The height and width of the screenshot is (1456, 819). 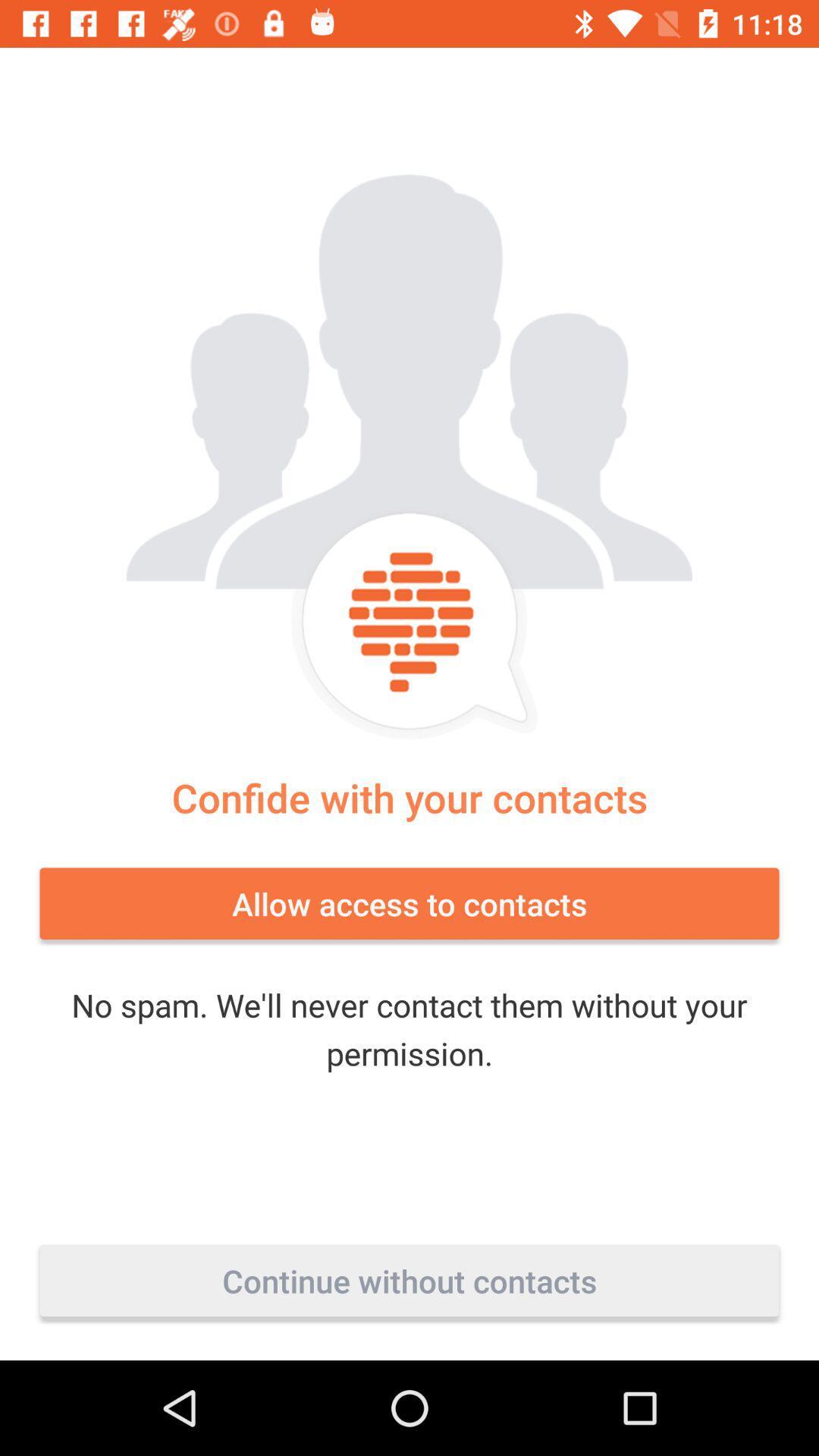 What do you see at coordinates (409, 903) in the screenshot?
I see `the allow access to icon` at bounding box center [409, 903].